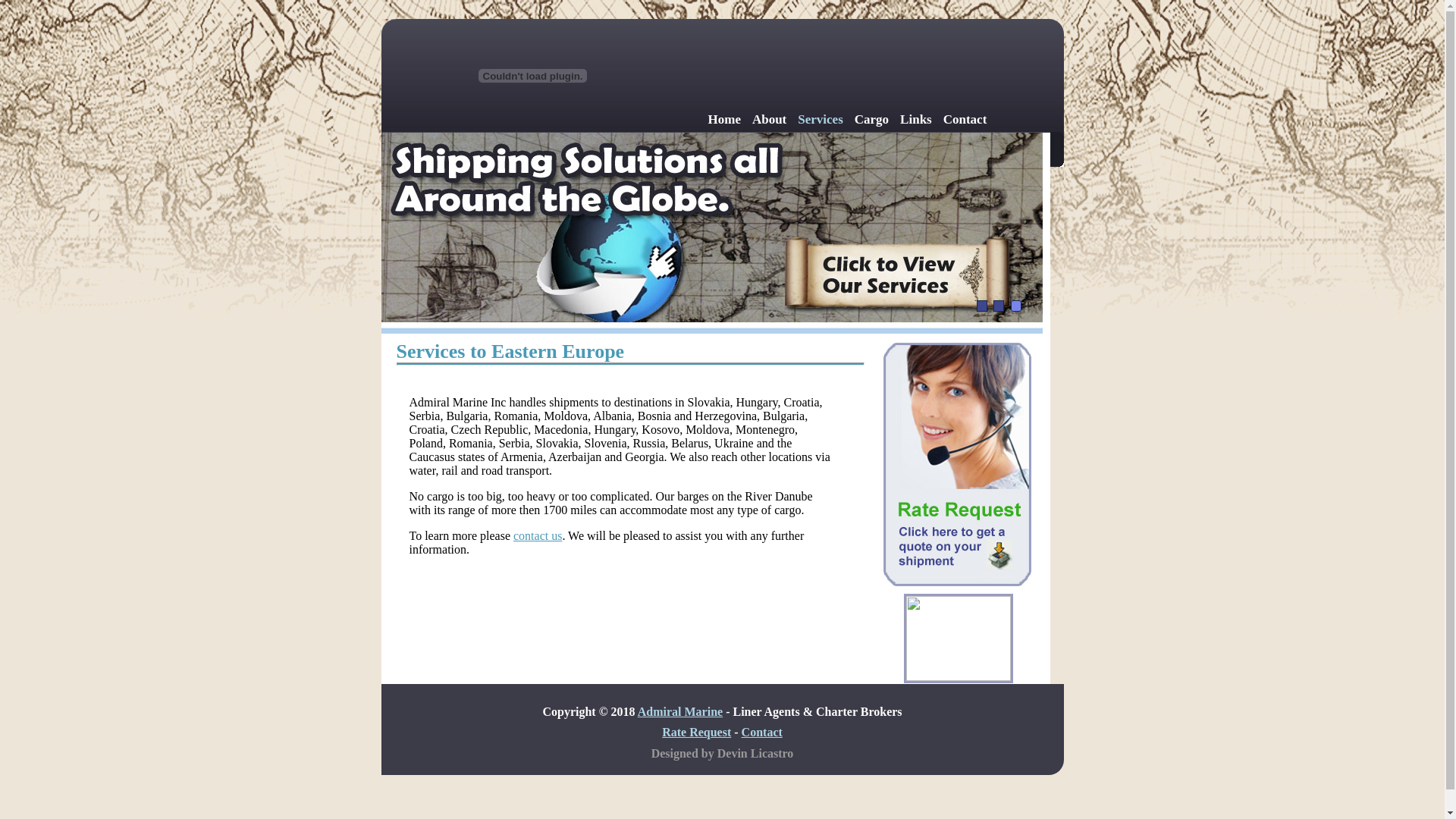 This screenshot has height=819, width=1456. I want to click on 'contact us', so click(538, 535).